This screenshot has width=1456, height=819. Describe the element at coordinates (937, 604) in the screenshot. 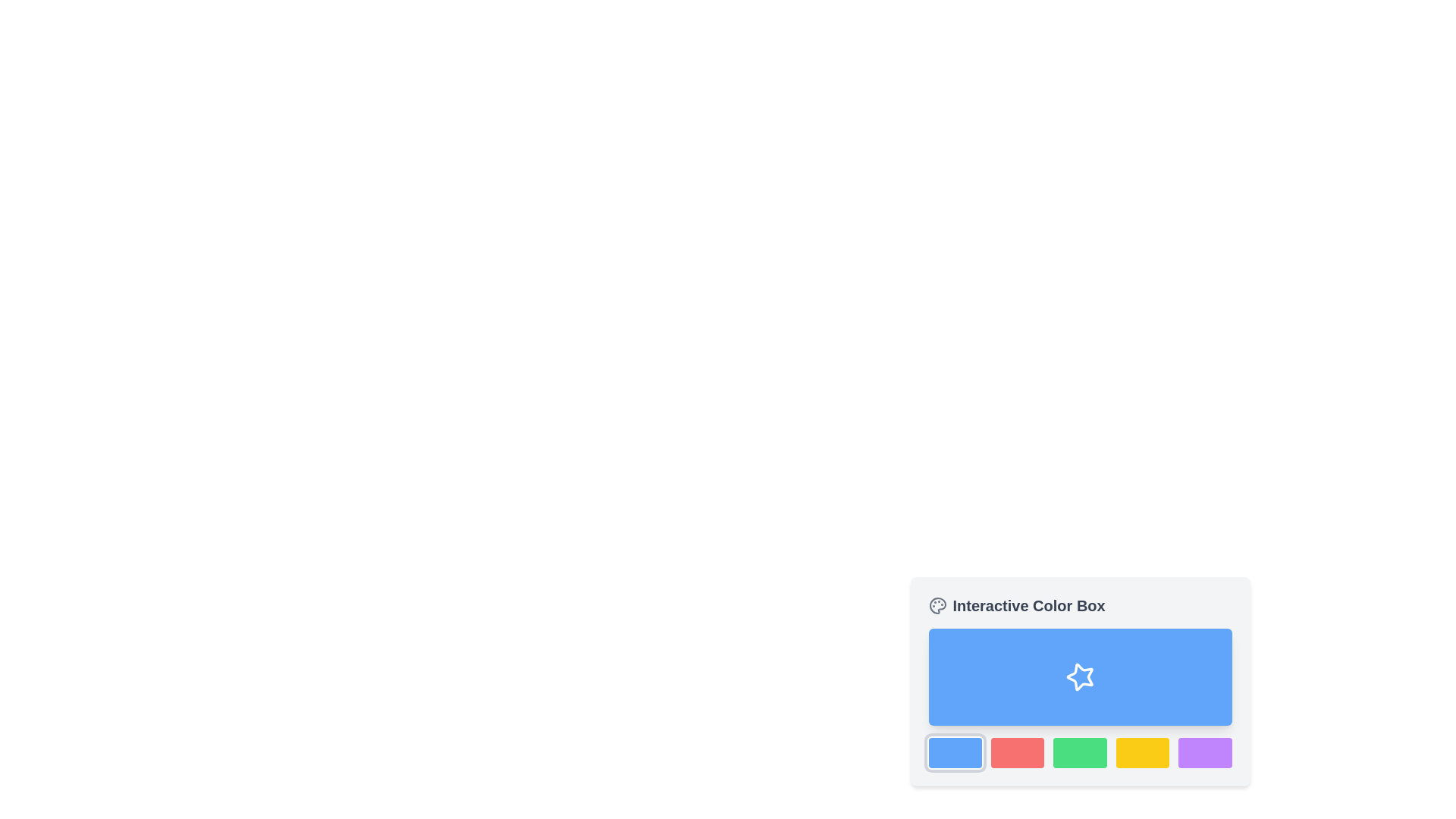

I see `the color-related icon located at the top-left corner of the 'Interactive Color Box' panel, directly preceding the title` at that location.